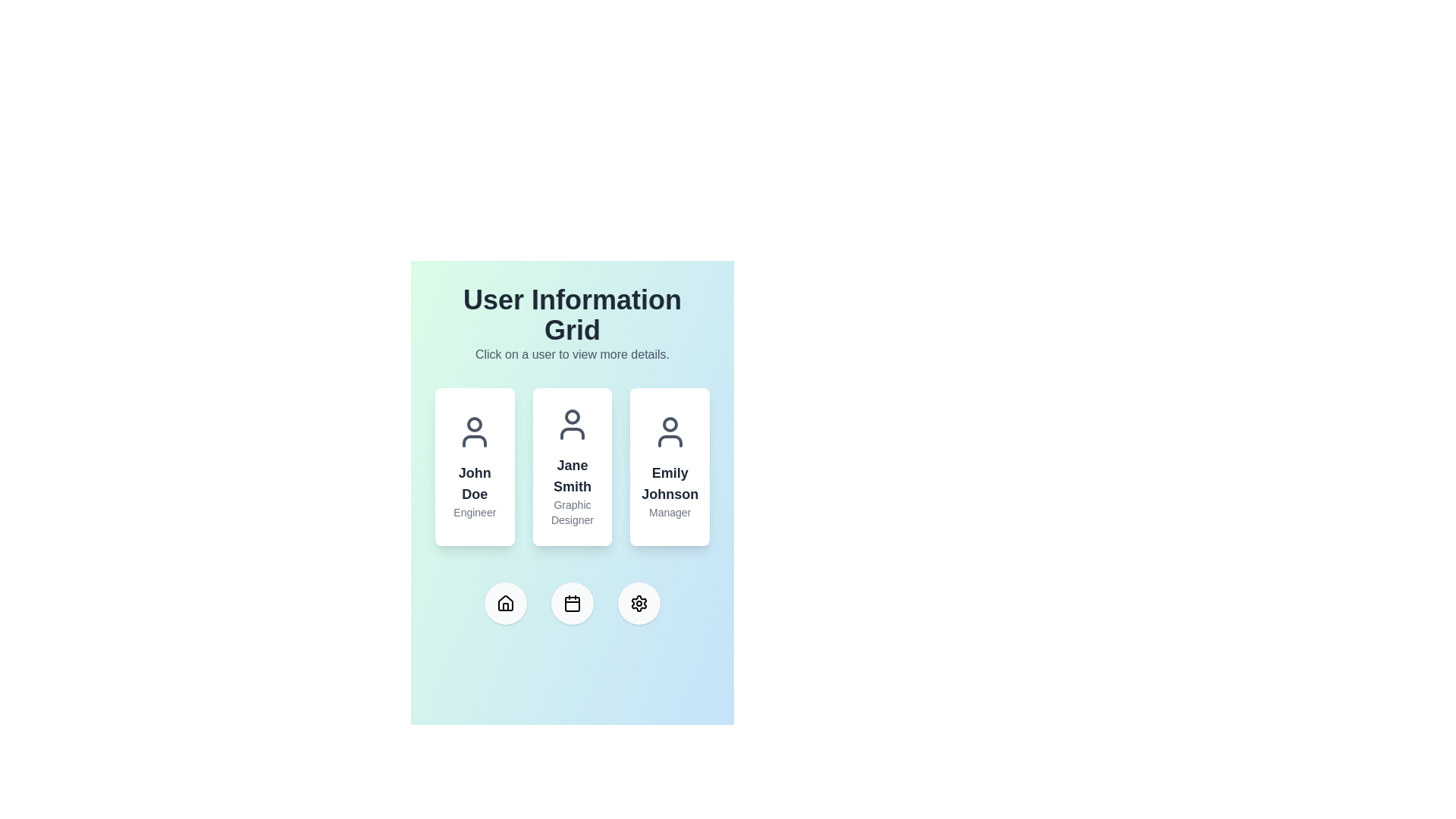 The height and width of the screenshot is (819, 1456). Describe the element at coordinates (571, 475) in the screenshot. I see `the text label that displays the user's name, located in the middle card of a user grid, positioned above the 'Graphic Designer' text` at that location.